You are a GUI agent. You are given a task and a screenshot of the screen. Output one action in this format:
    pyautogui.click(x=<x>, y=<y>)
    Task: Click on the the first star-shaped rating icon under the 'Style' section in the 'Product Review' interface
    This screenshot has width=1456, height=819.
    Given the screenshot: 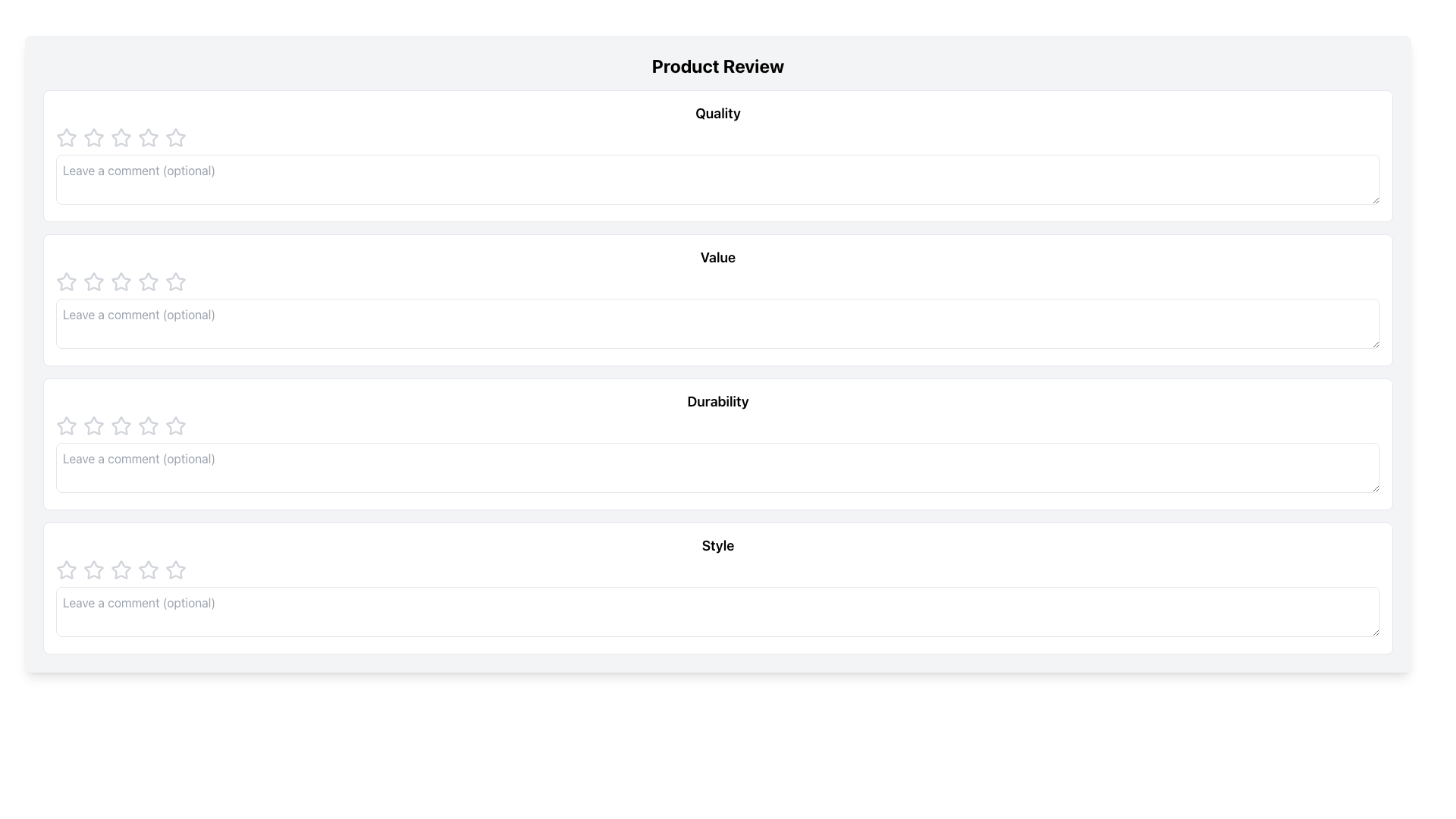 What is the action you would take?
    pyautogui.click(x=149, y=570)
    